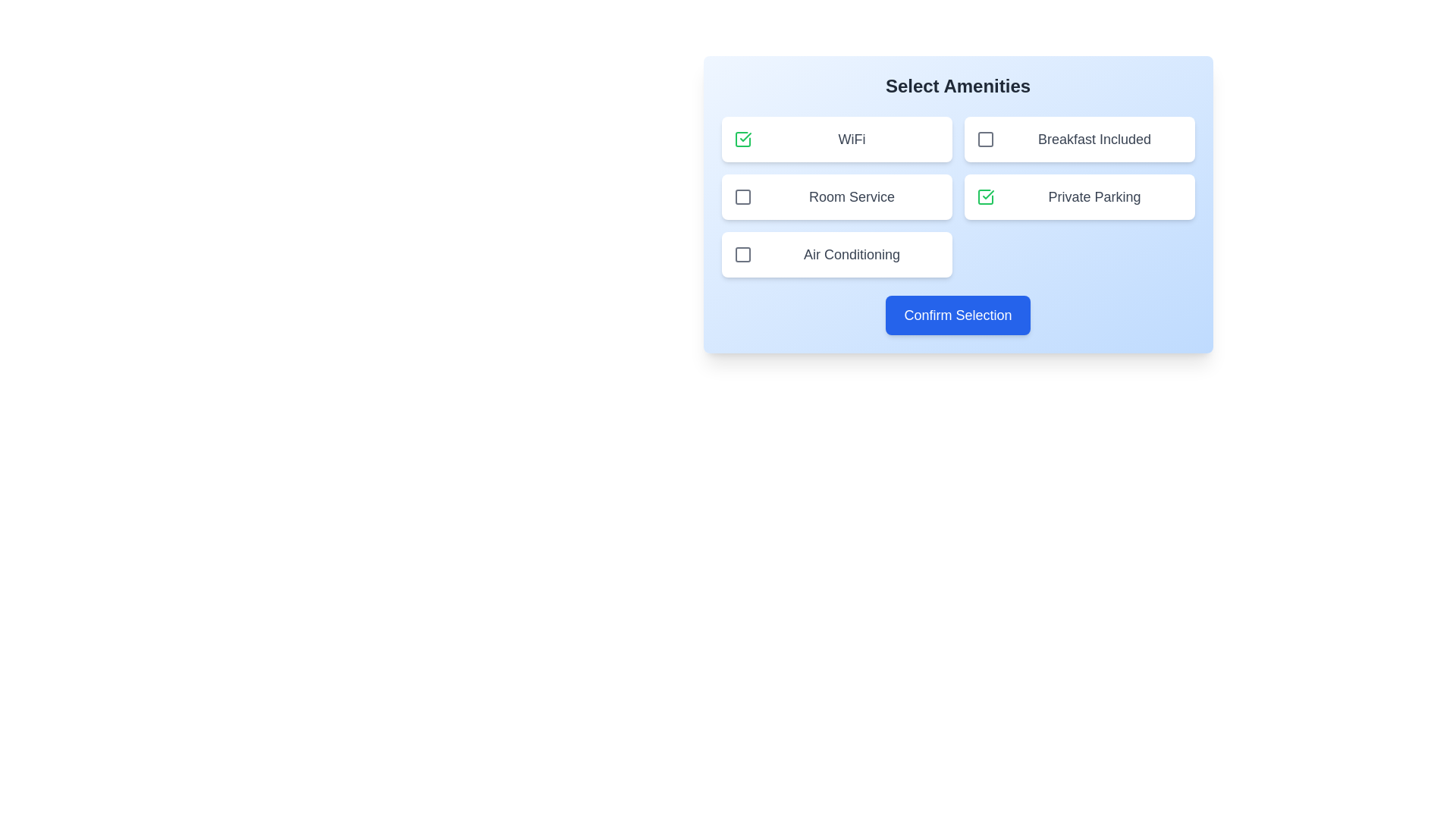 The width and height of the screenshot is (1456, 819). Describe the element at coordinates (836, 196) in the screenshot. I see `the checkbox labeled 'Room Service'` at that location.